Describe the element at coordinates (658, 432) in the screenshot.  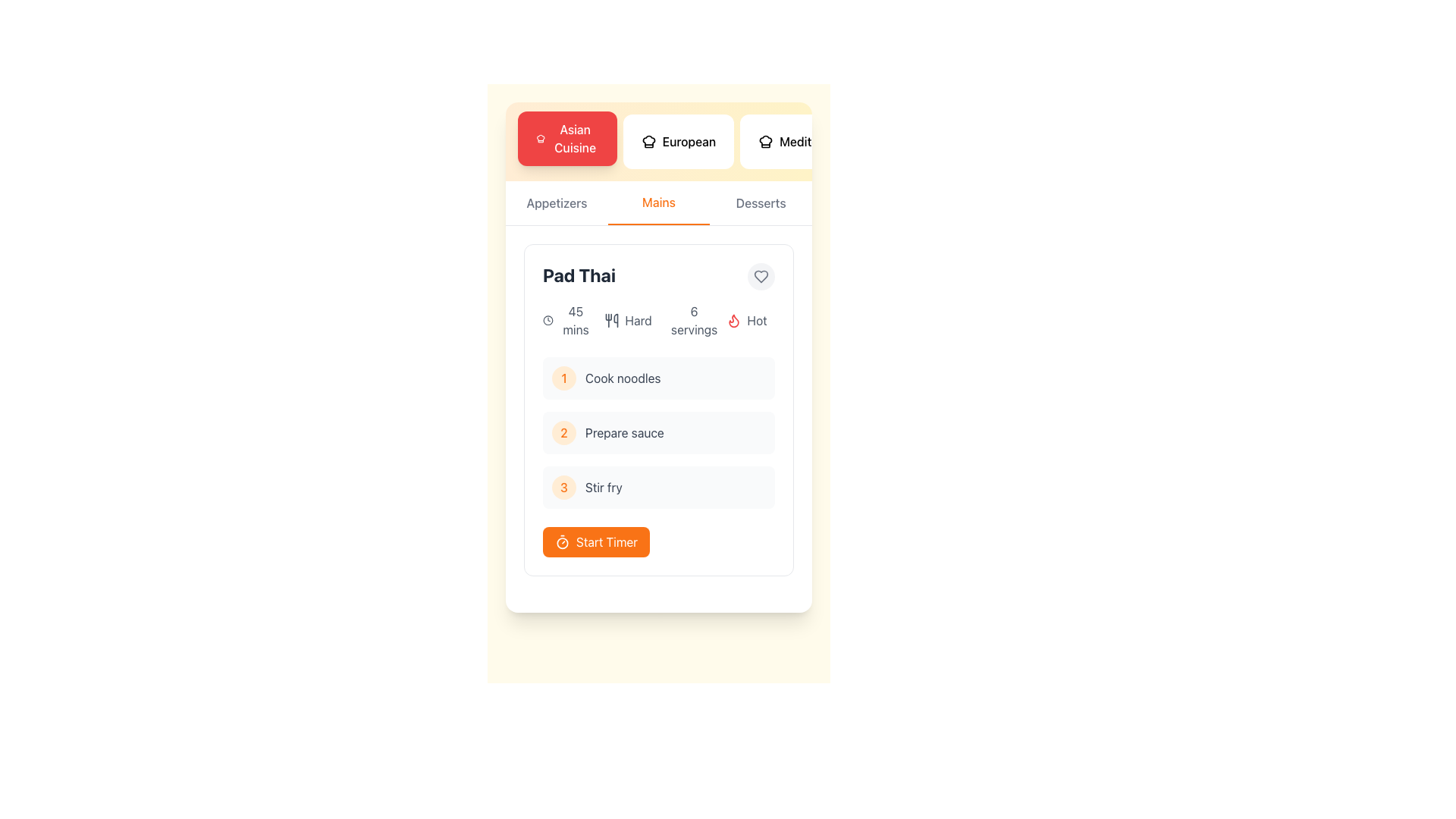
I see `text of the second step in the cooking instructions, which is the step for preparing the sauce, located in the centered card below 'Cook noodles' and above 'Stir fry'` at that location.